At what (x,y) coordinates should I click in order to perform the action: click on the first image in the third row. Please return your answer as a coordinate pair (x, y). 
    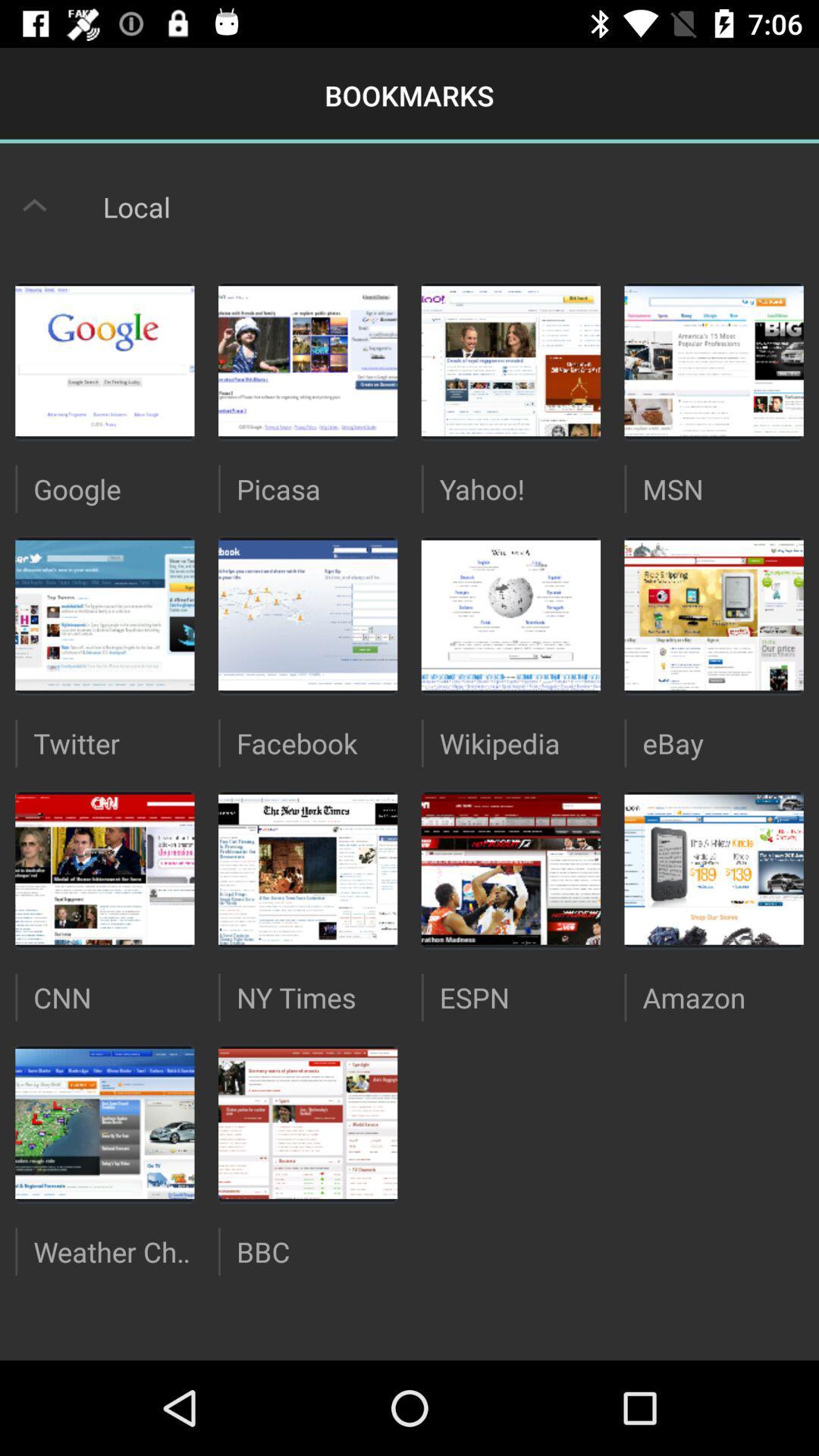
    Looking at the image, I should click on (104, 870).